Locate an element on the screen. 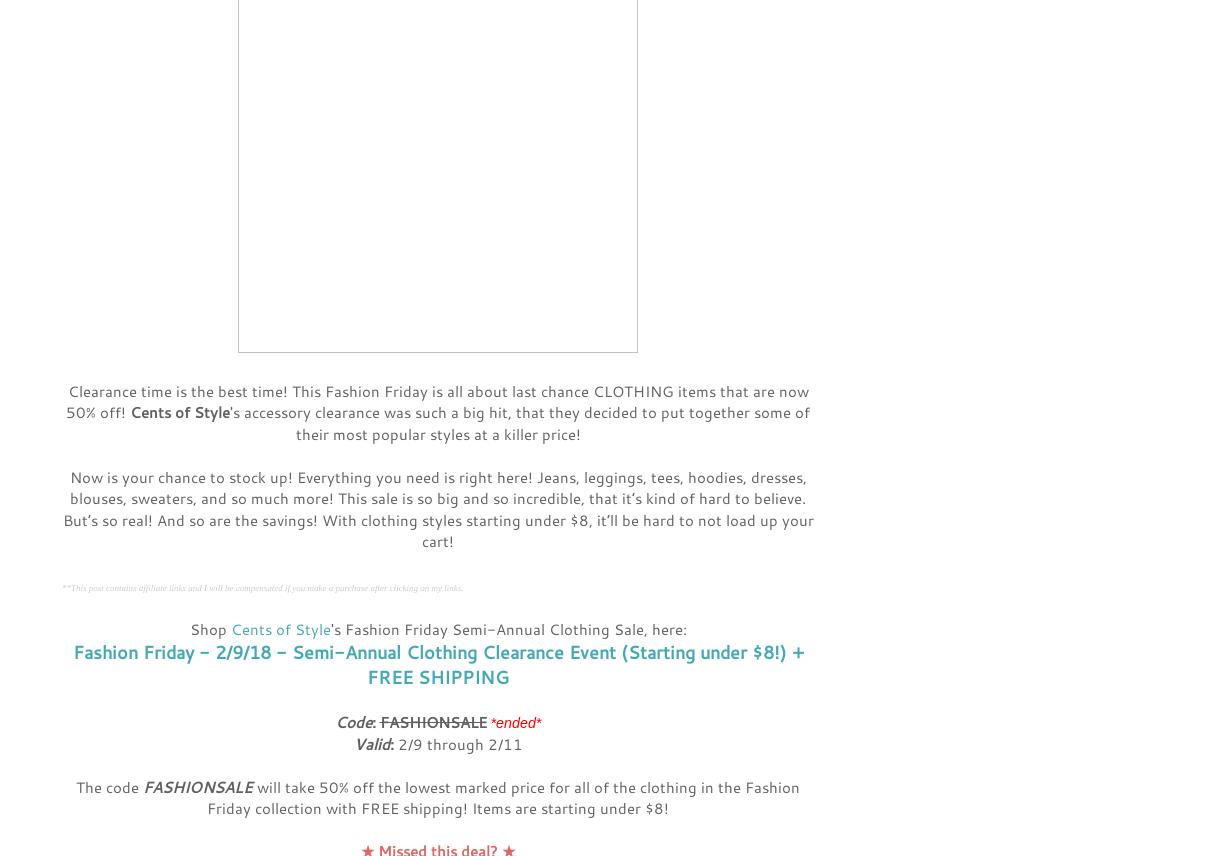 This screenshot has height=856, width=1228. 'The code' is located at coordinates (109, 785).